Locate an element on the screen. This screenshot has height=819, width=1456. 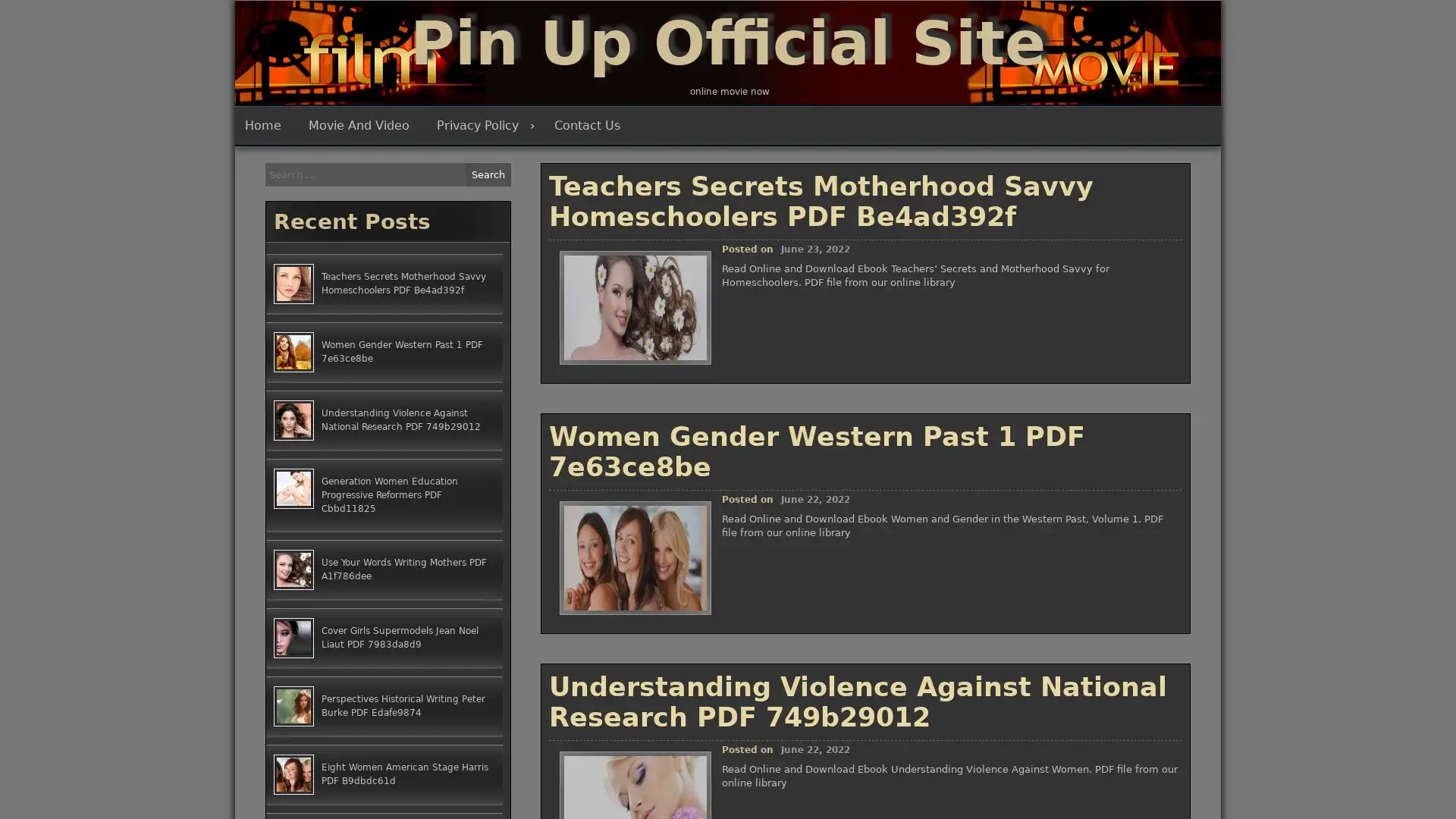
Search is located at coordinates (488, 174).